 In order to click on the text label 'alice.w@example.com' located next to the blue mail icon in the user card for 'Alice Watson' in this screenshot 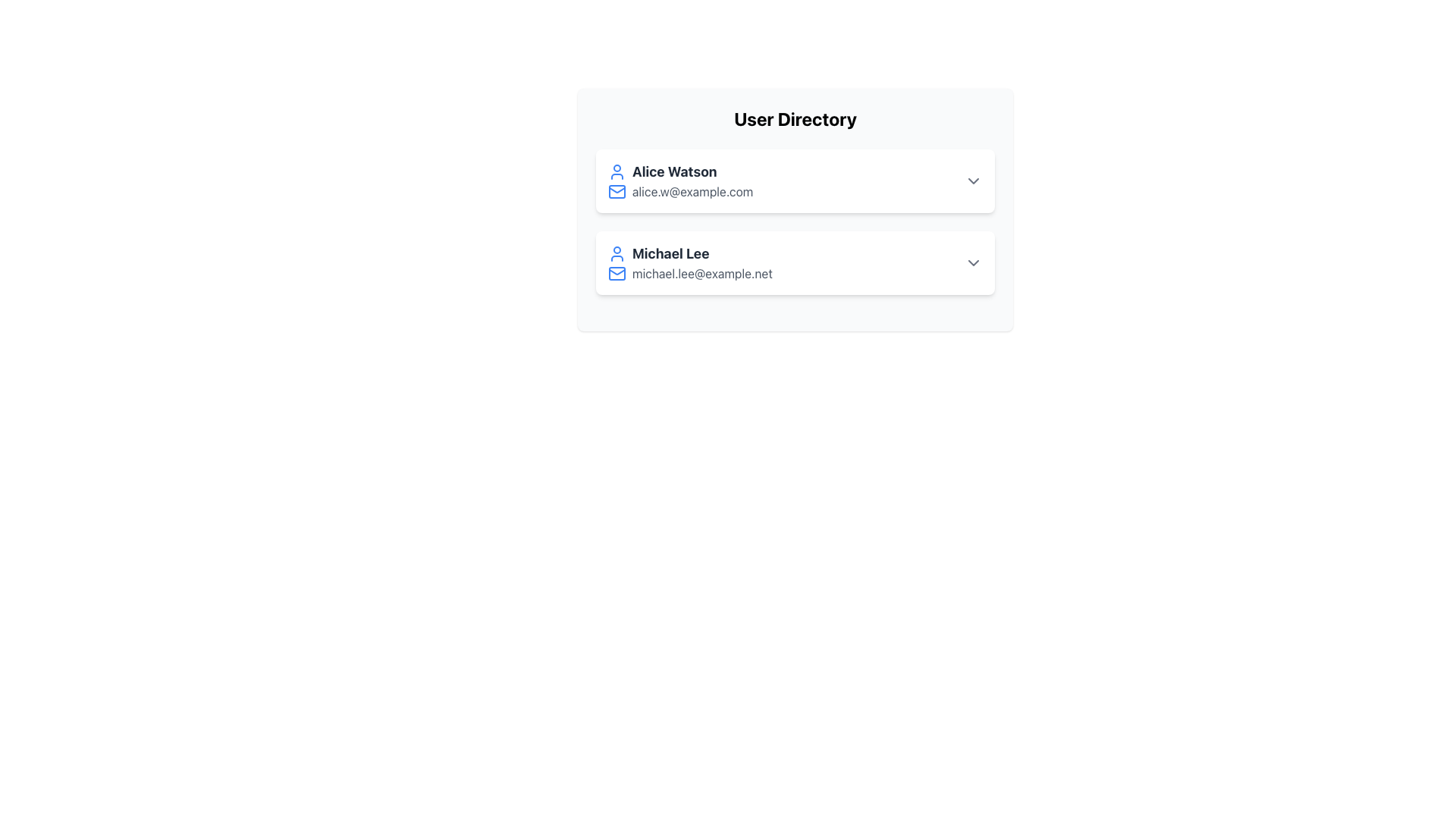, I will do `click(679, 191)`.